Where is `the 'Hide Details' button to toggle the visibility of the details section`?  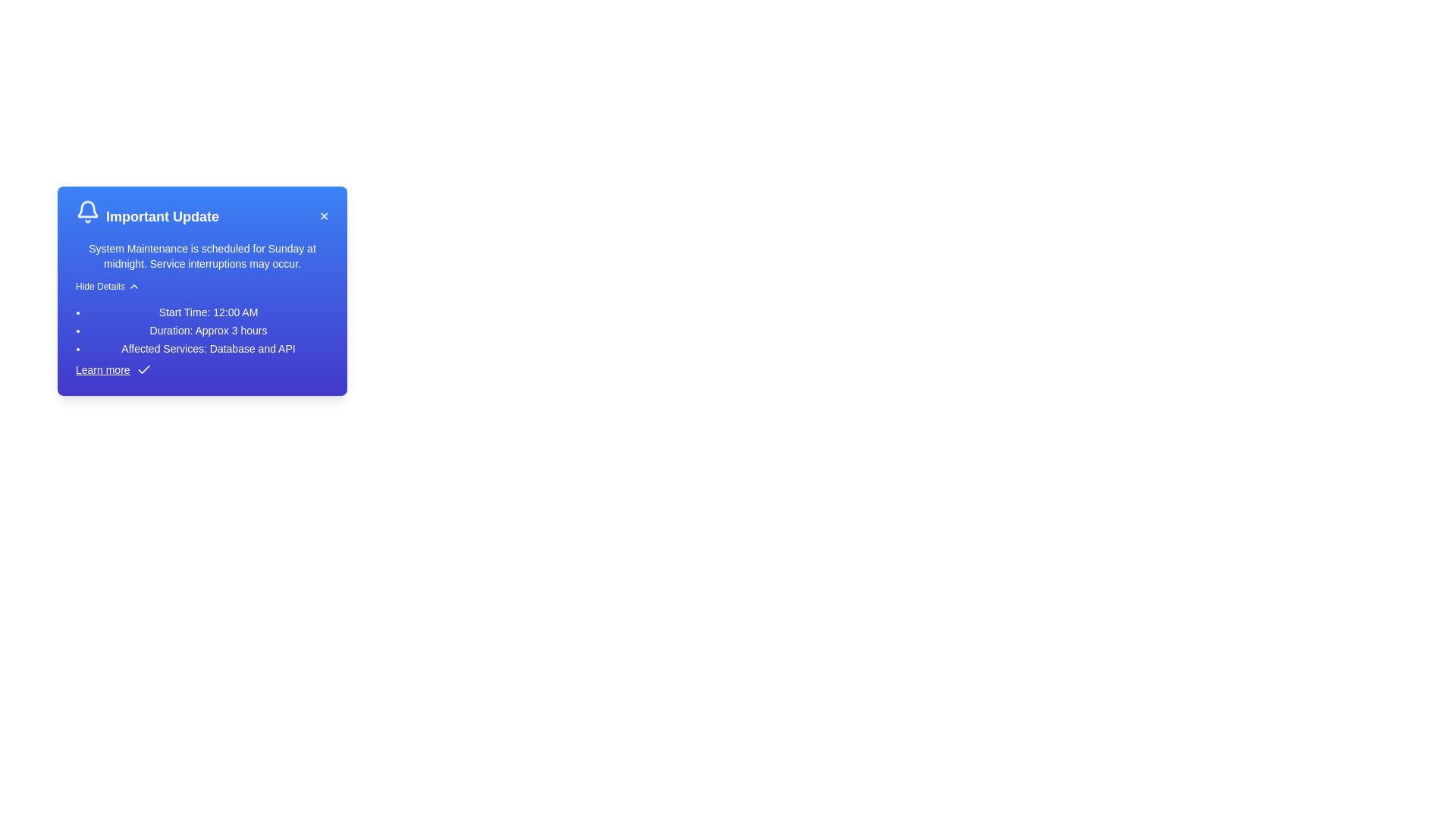 the 'Hide Details' button to toggle the visibility of the details section is located at coordinates (107, 287).